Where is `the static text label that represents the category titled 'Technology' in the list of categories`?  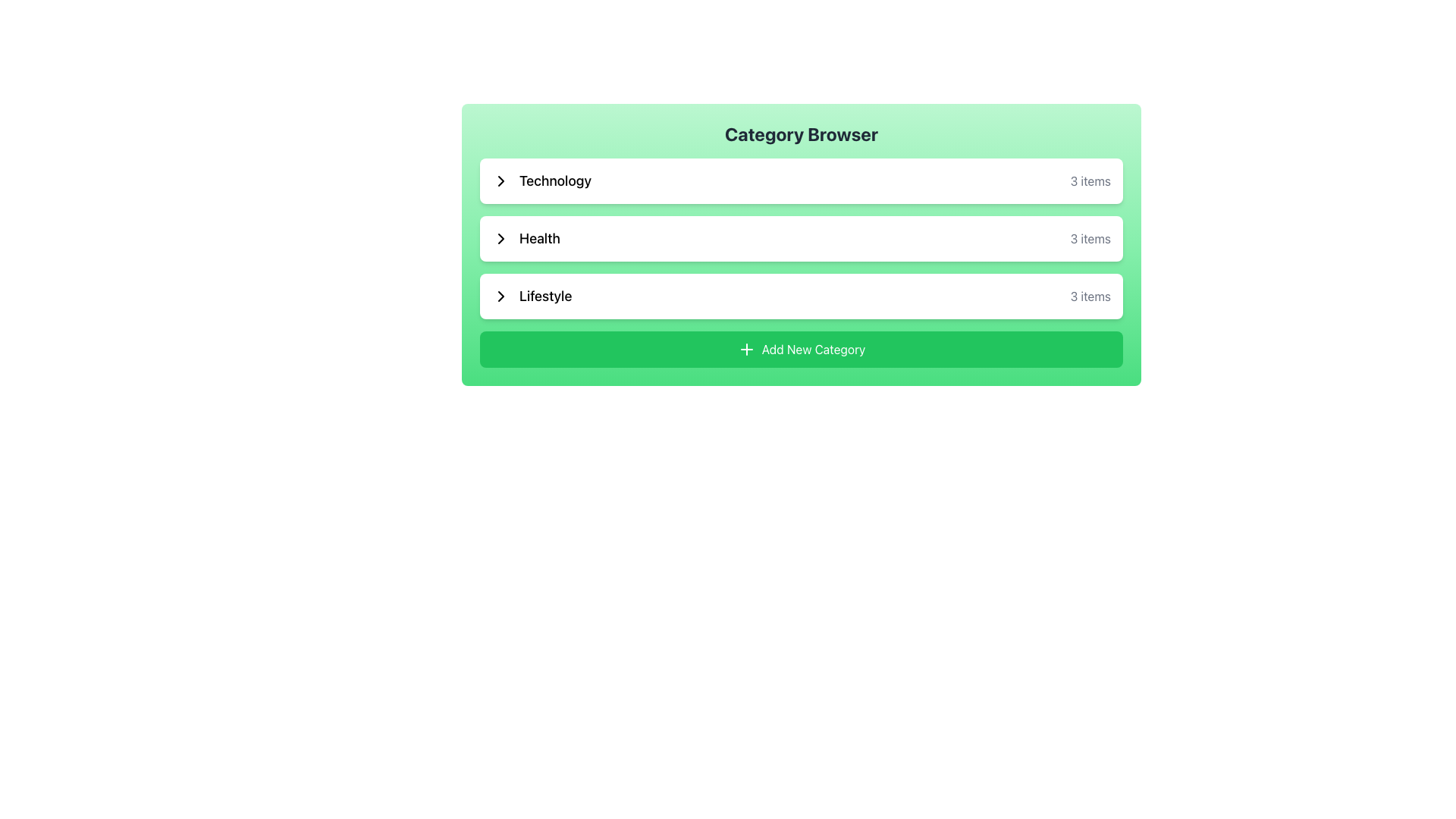
the static text label that represents the category titled 'Technology' in the list of categories is located at coordinates (554, 180).